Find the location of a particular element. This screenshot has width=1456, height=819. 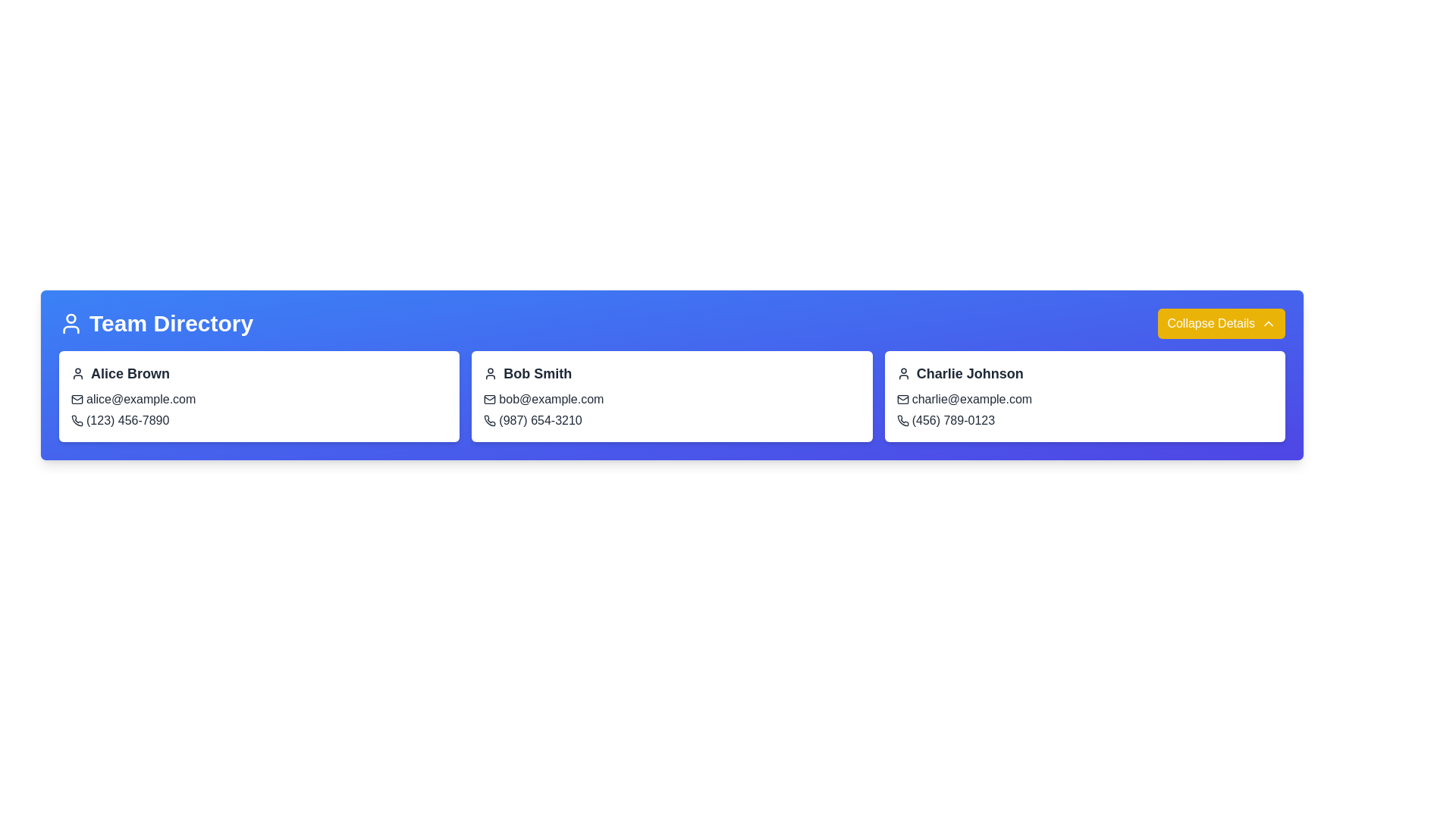

the Information card displaying contact details for Charlie Johnson, which includes their name, email, and phone number, located in the 'Team Directory' section is located at coordinates (1084, 396).